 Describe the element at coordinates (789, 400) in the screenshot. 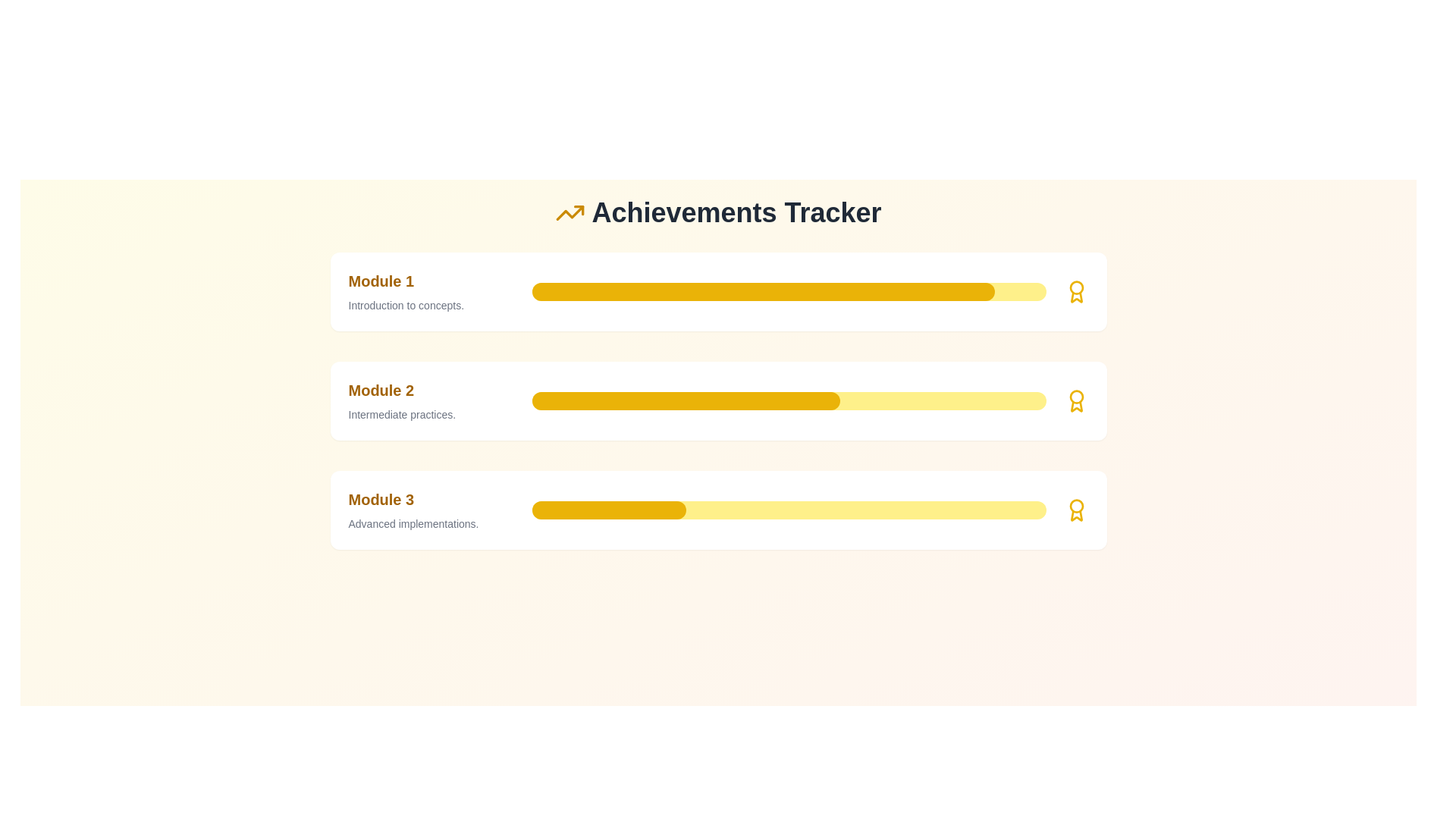

I see `the Progress bar representing the completion ratio of 'Module 2' in the 'Achievements Tracker' interface` at that location.